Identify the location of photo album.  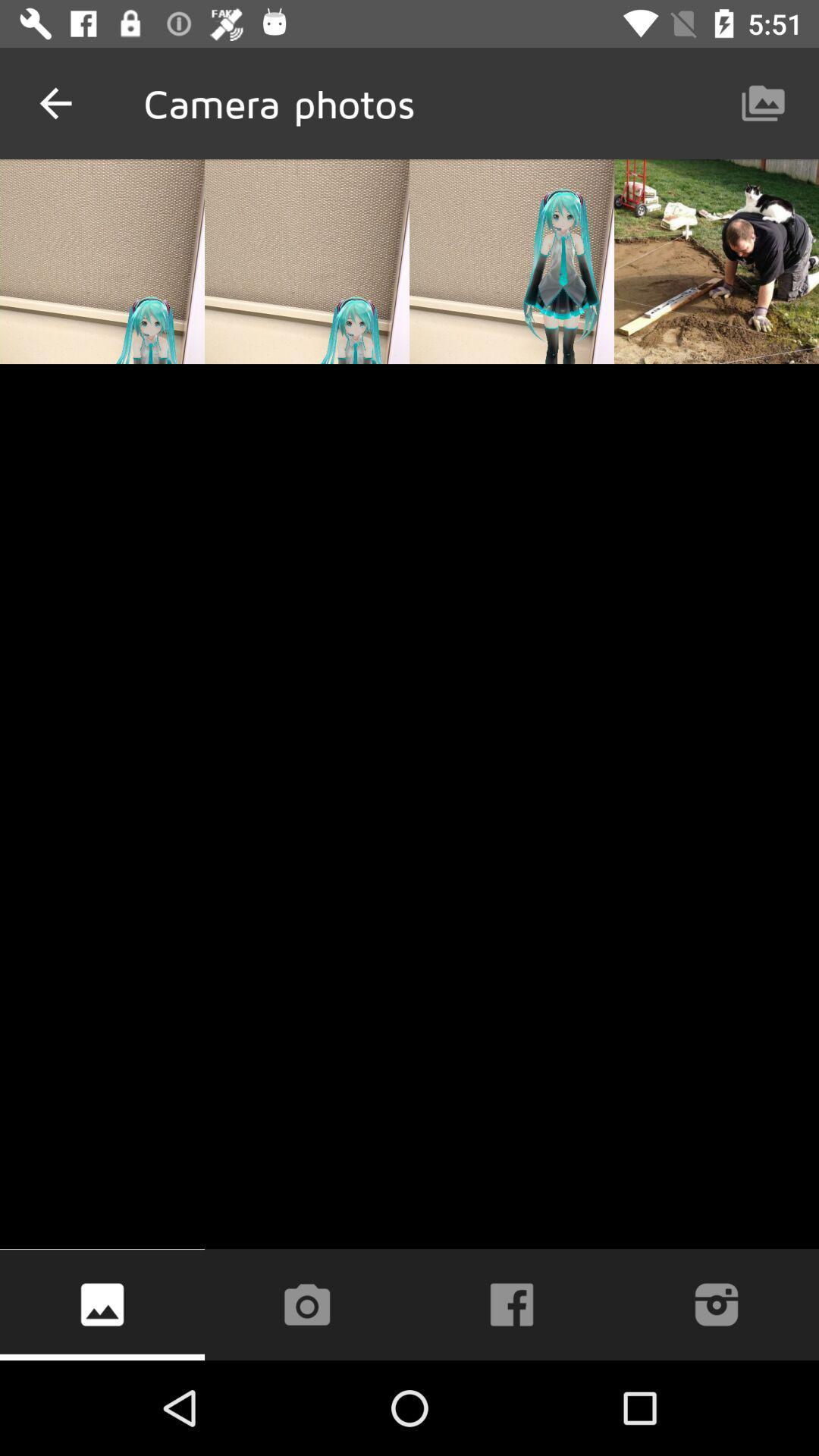
(102, 1304).